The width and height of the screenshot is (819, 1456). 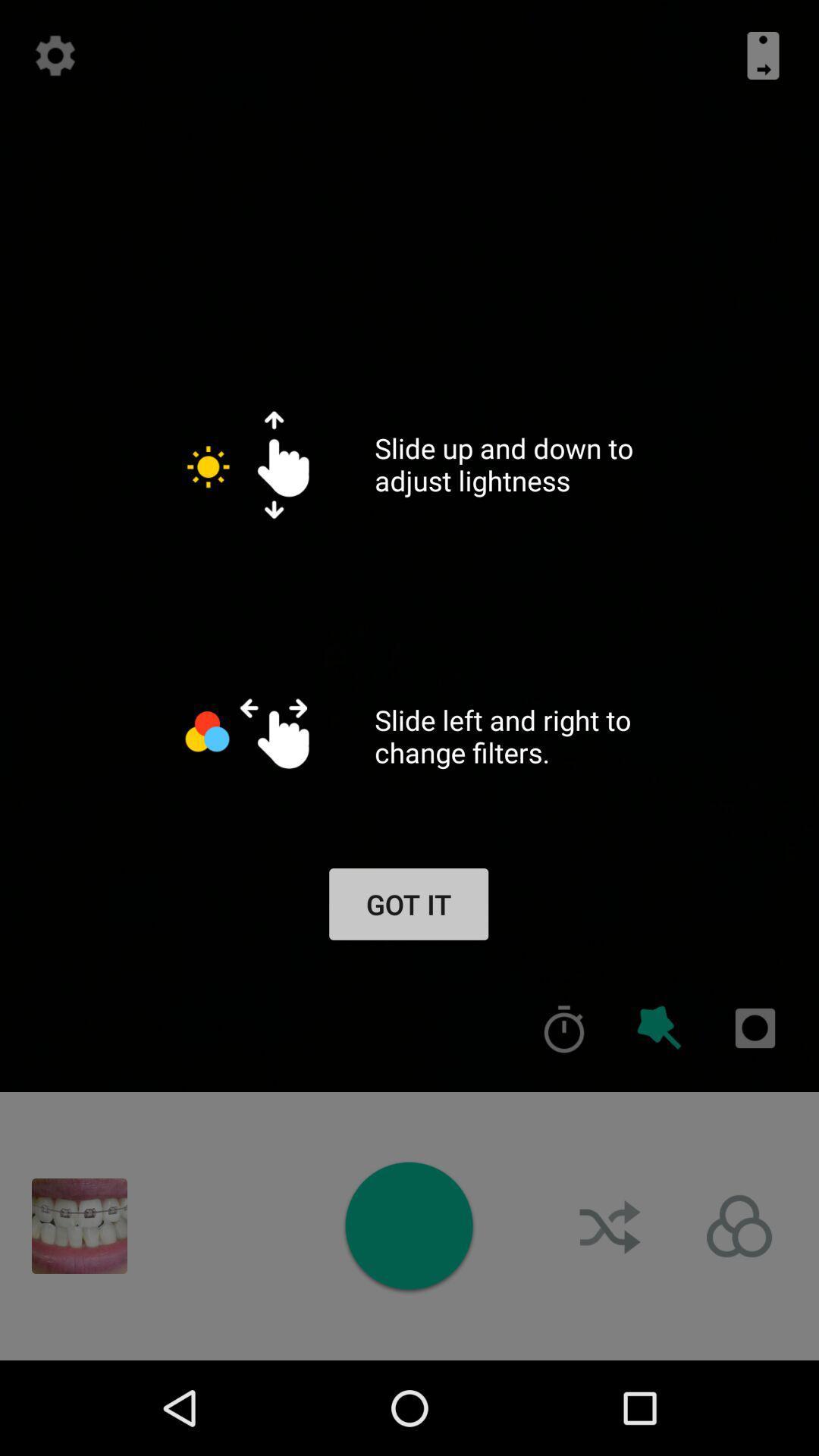 I want to click on the icon at the top right corner, so click(x=763, y=55).